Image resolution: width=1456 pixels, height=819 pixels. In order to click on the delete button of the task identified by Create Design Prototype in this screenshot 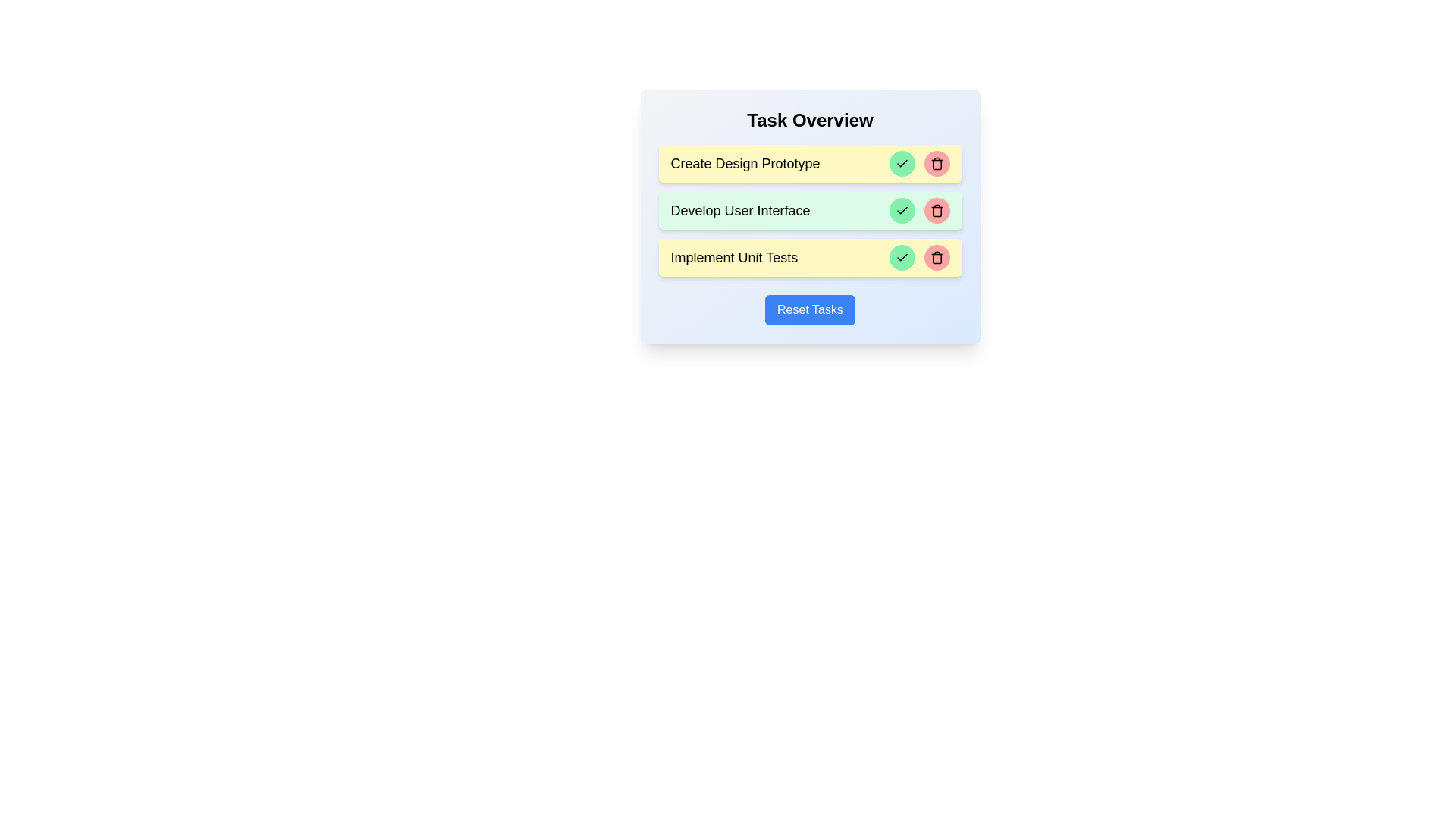, I will do `click(936, 164)`.